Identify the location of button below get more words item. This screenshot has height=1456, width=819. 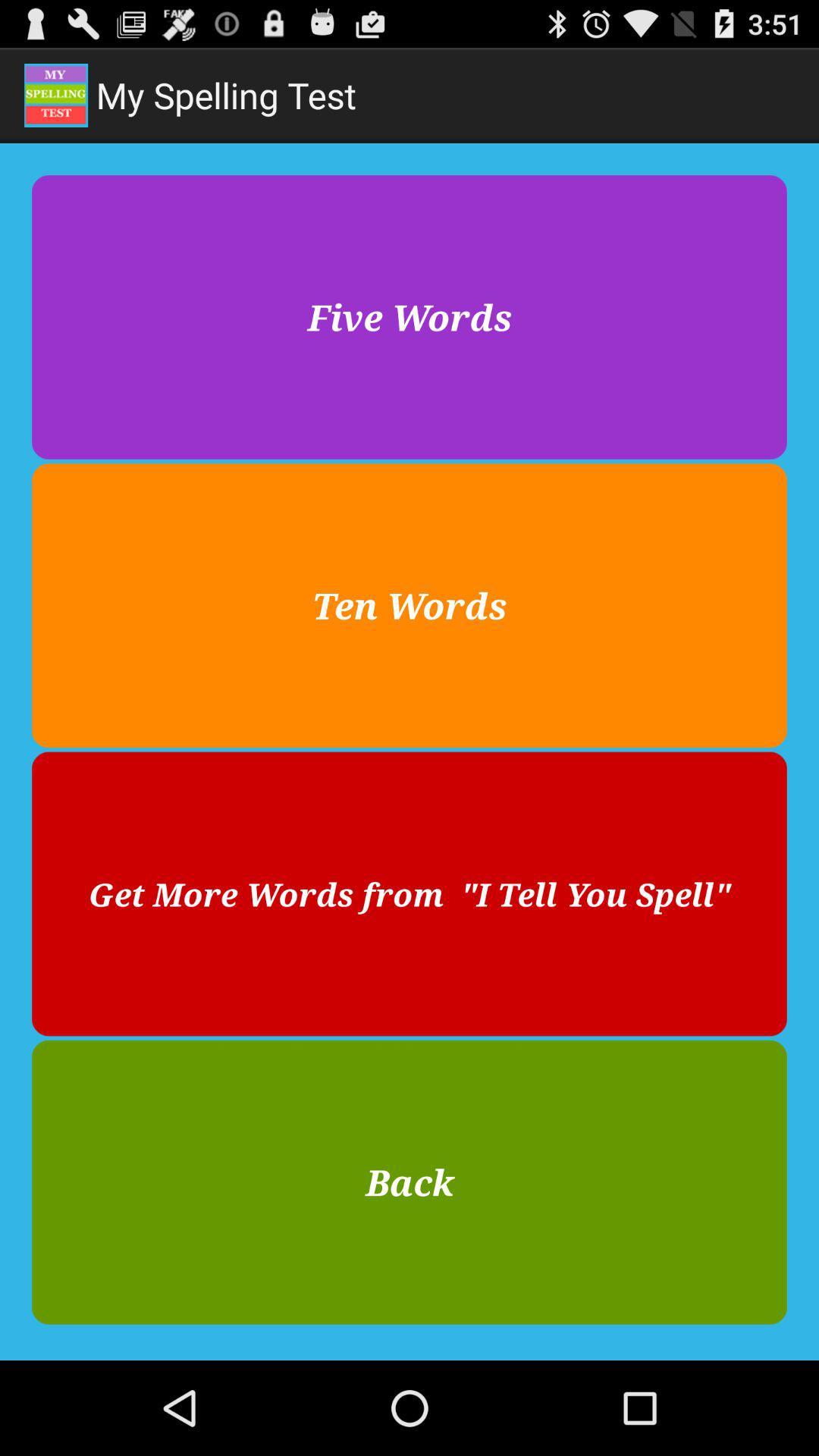
(409, 1181).